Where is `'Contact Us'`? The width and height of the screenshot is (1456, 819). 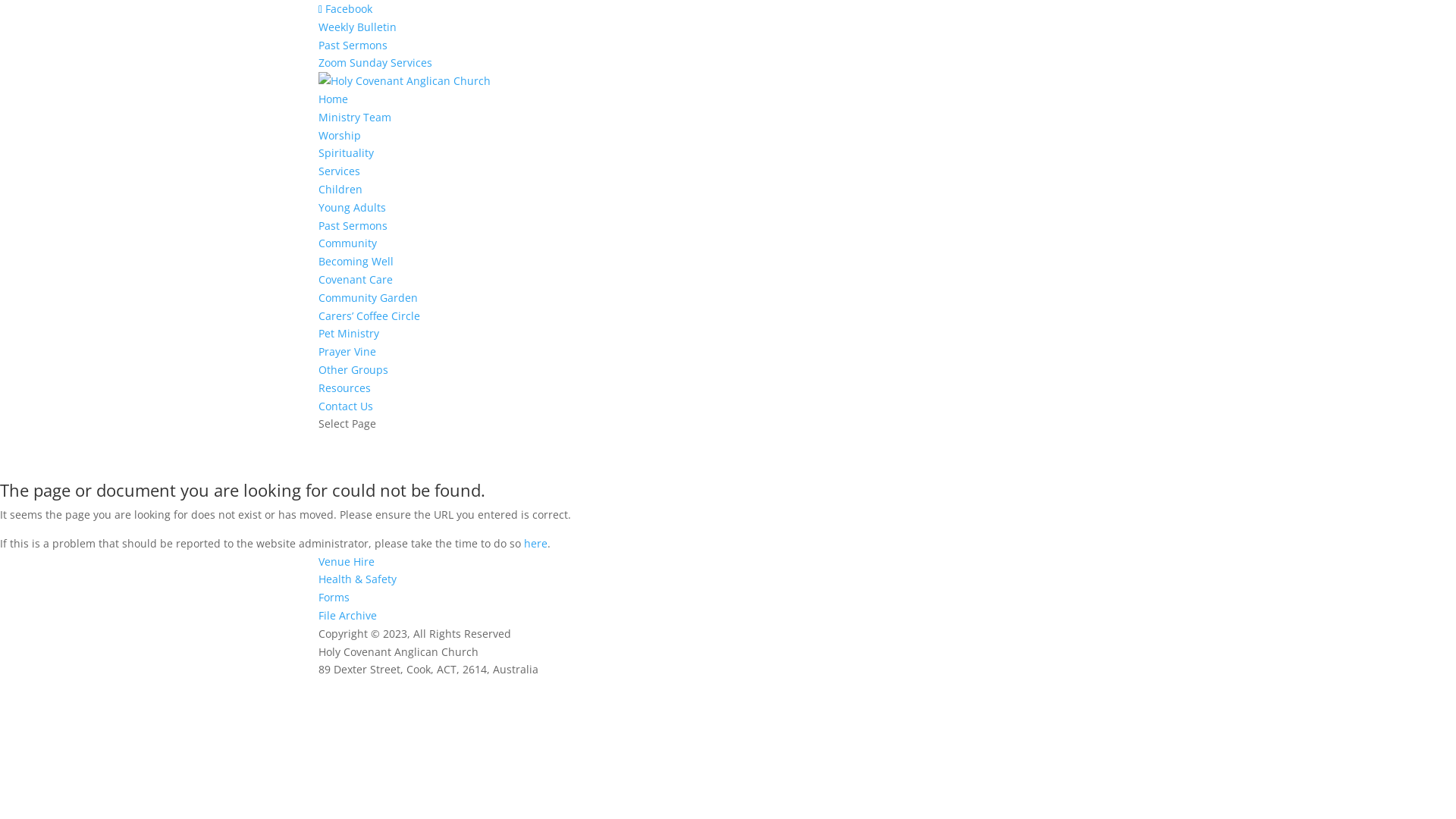
'Contact Us' is located at coordinates (345, 405).